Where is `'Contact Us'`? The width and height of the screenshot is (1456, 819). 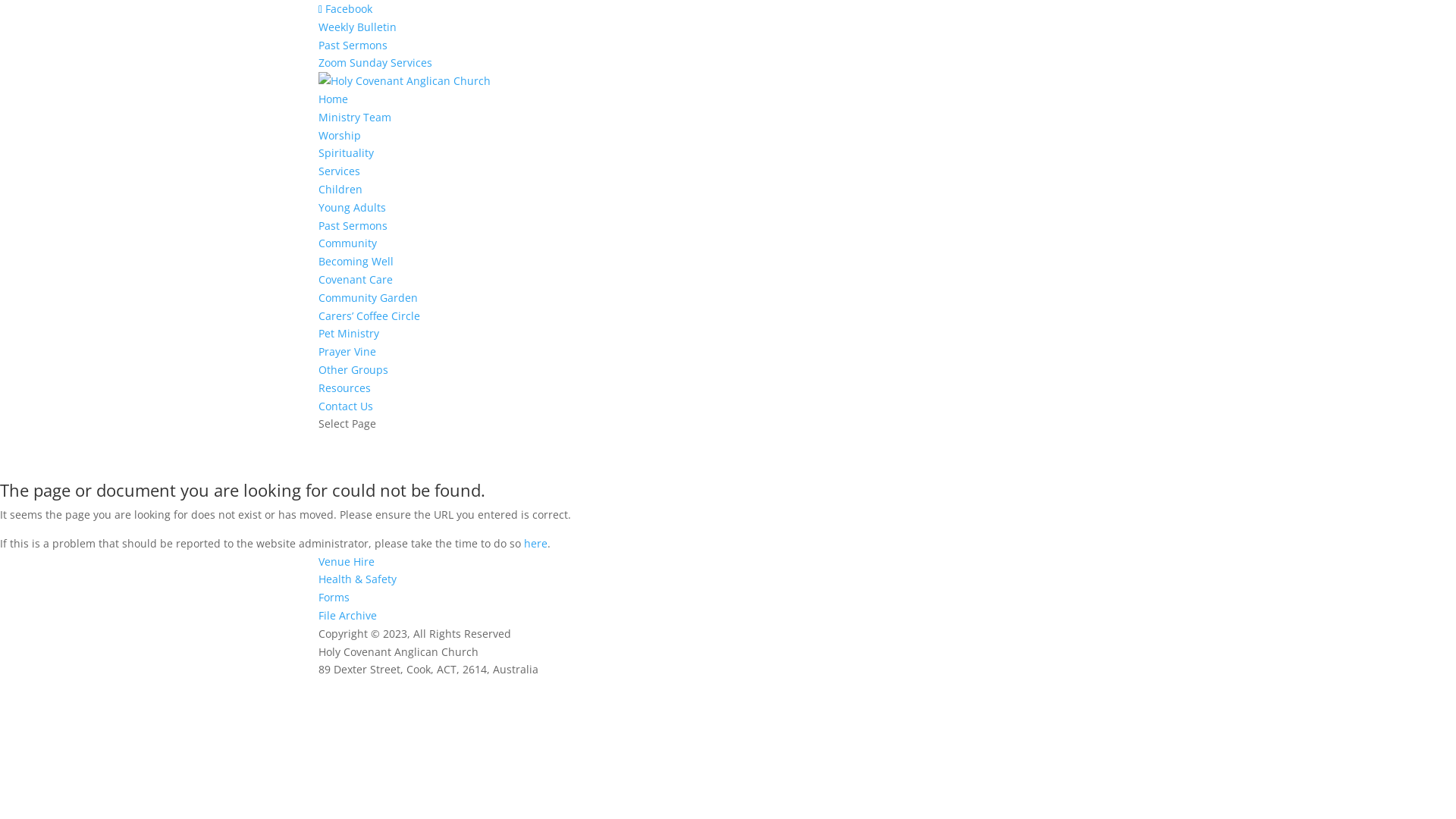
'Contact Us' is located at coordinates (345, 405).